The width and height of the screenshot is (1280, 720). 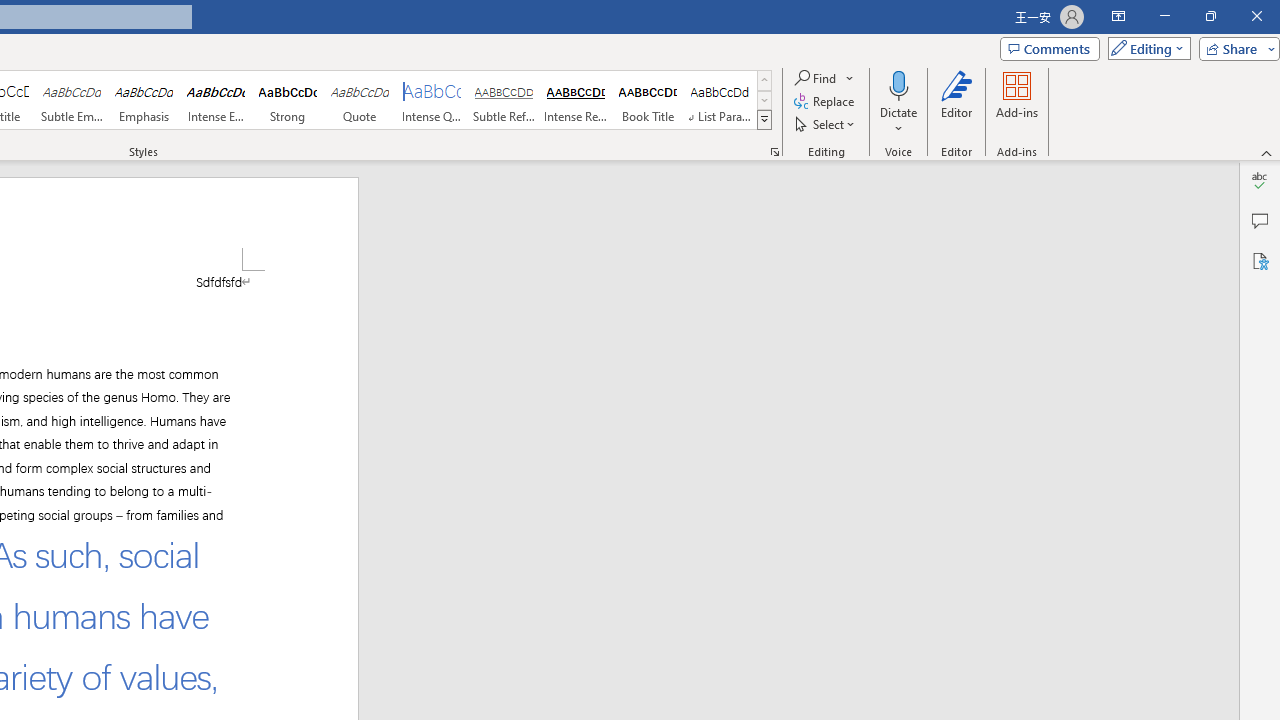 I want to click on 'Row Down', so click(x=763, y=100).